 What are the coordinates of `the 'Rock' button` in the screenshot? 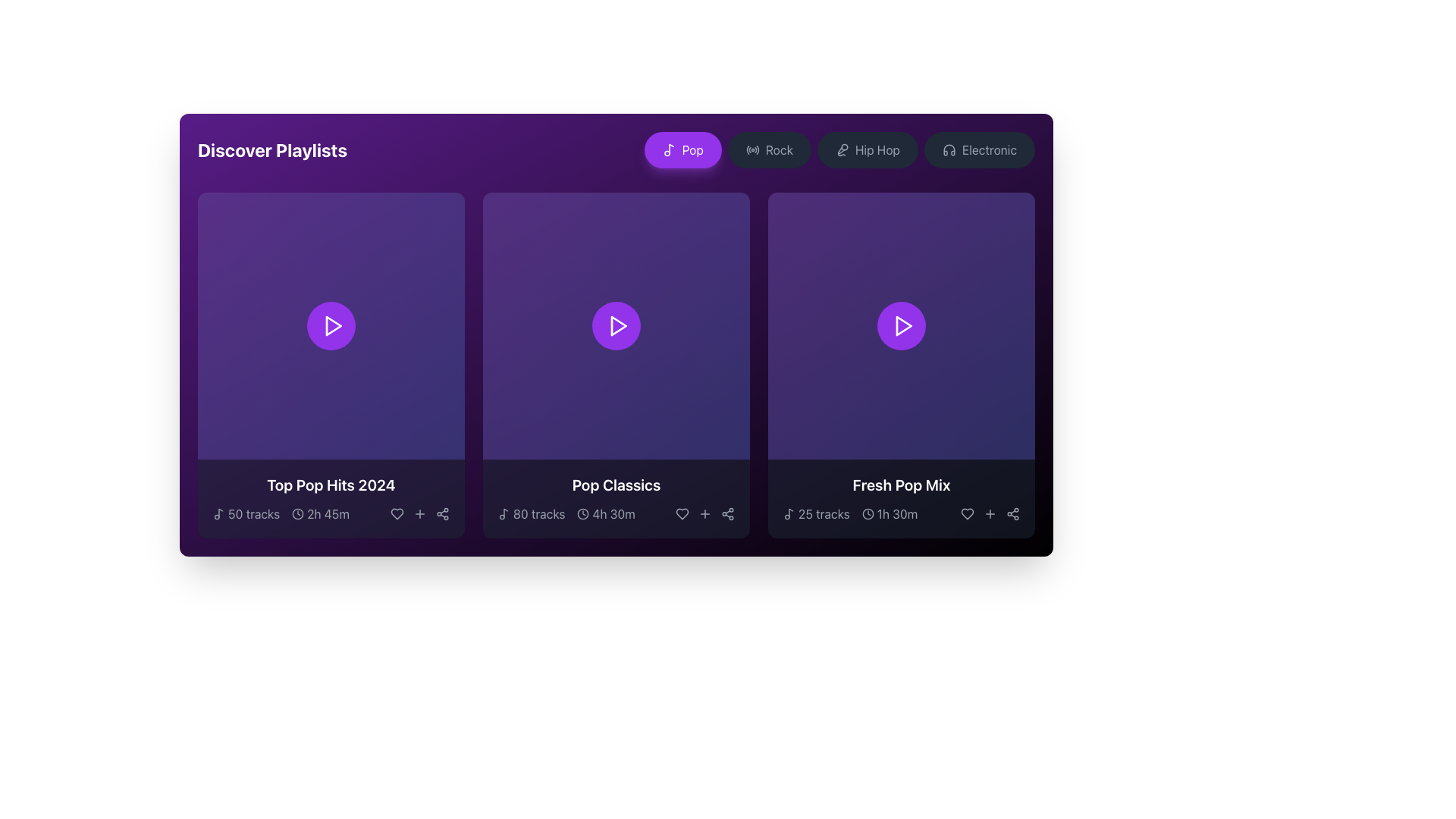 It's located at (779, 149).